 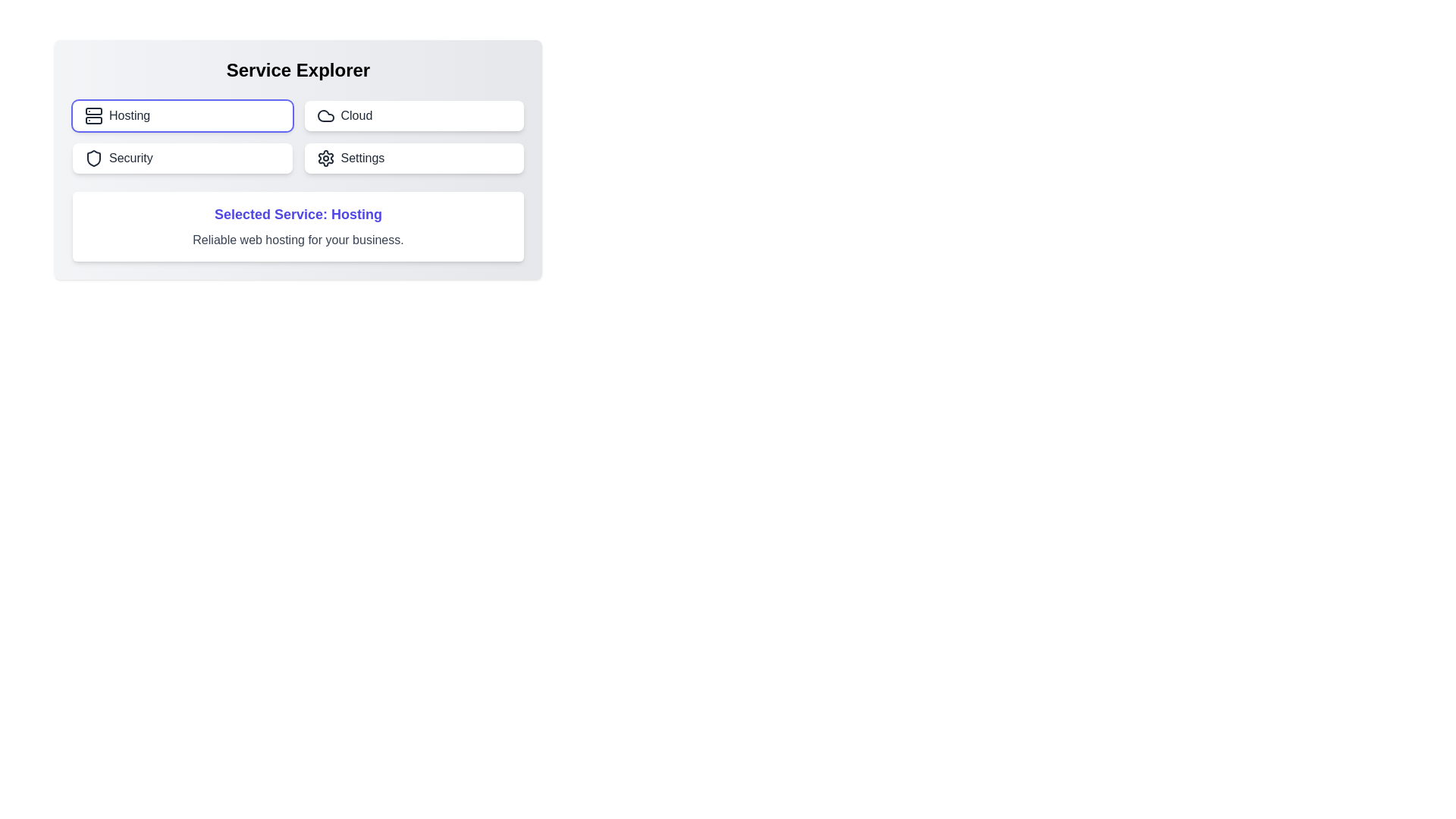 I want to click on the fourth button in the top-right horizontal row of selectable buttons, which represents a label for accessing the settings or configuration menu, so click(x=362, y=158).